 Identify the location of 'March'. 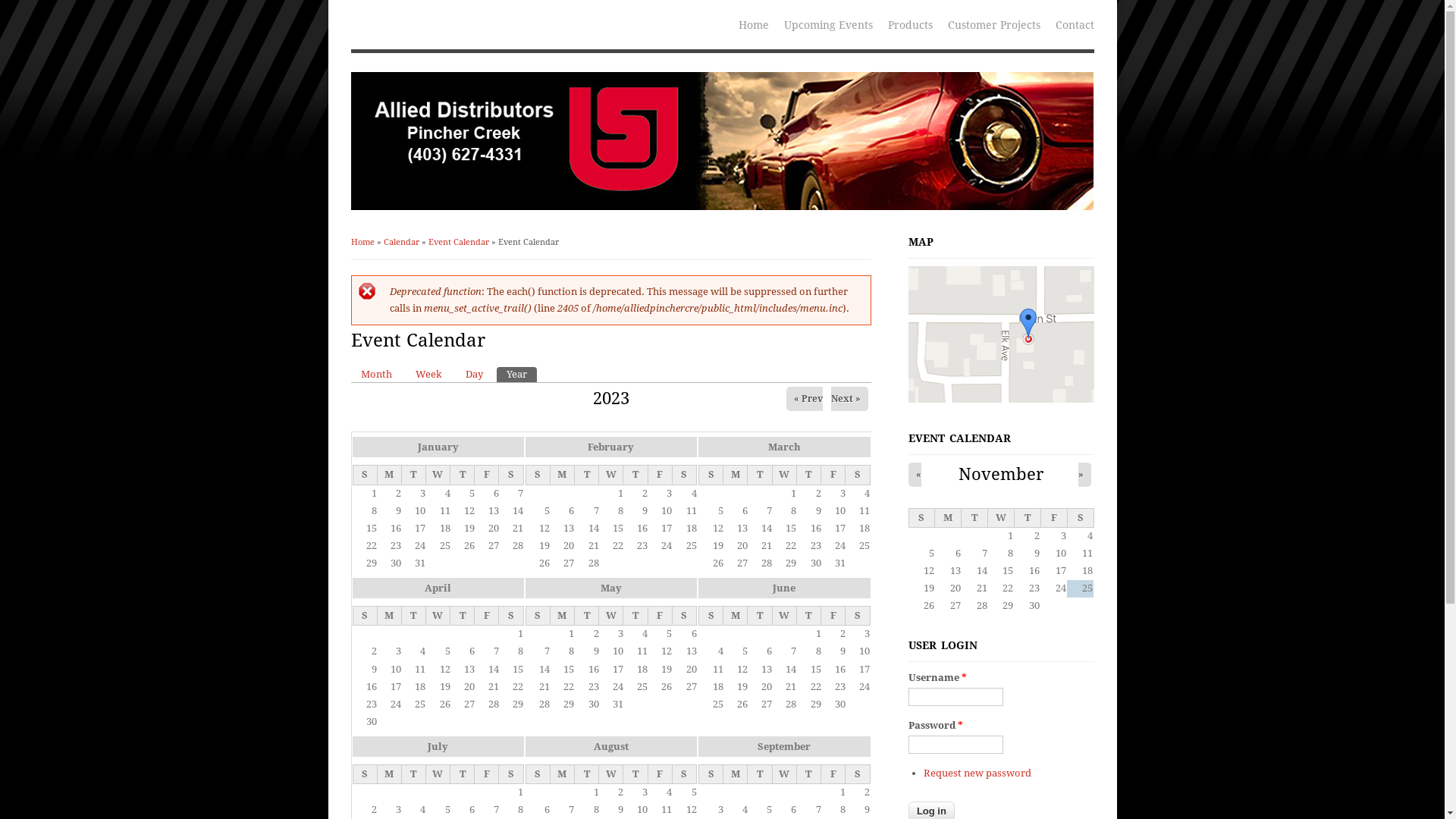
(767, 446).